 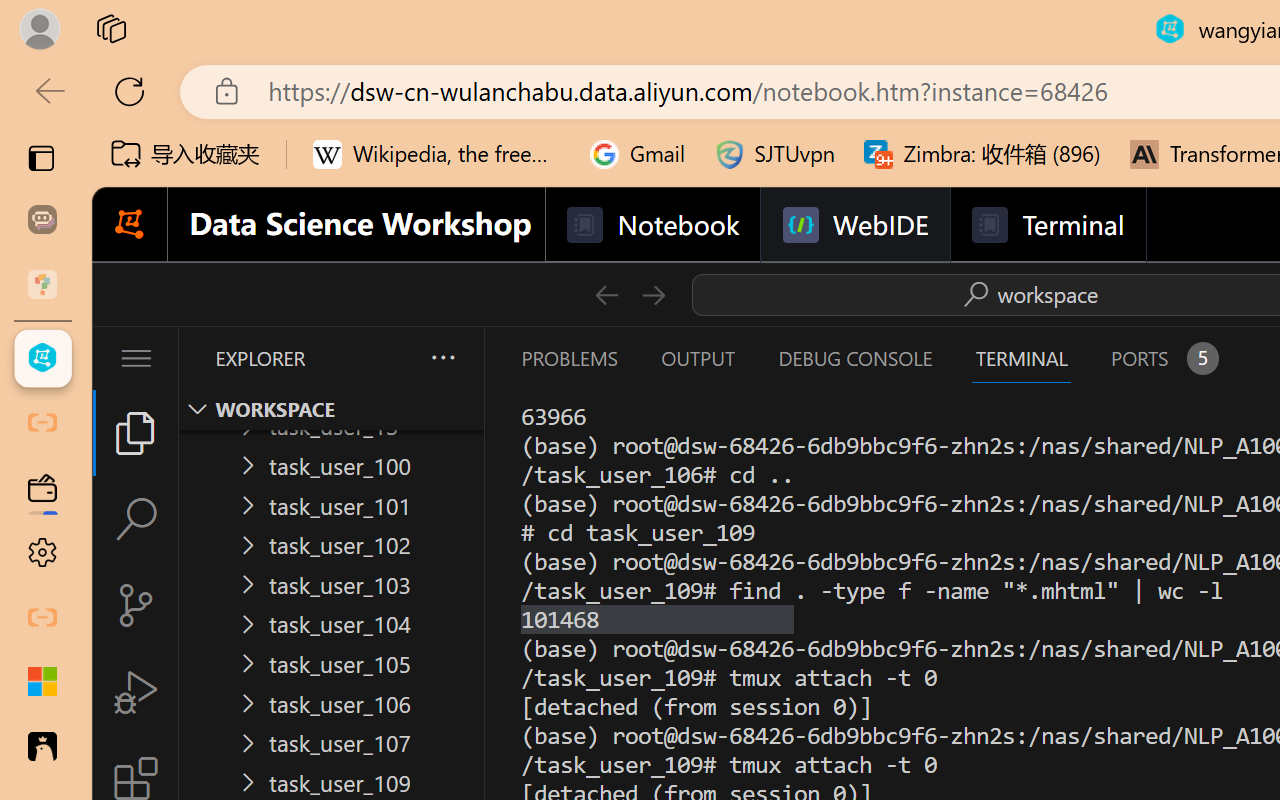 I want to click on 'WebIDE', so click(x=855, y=225).